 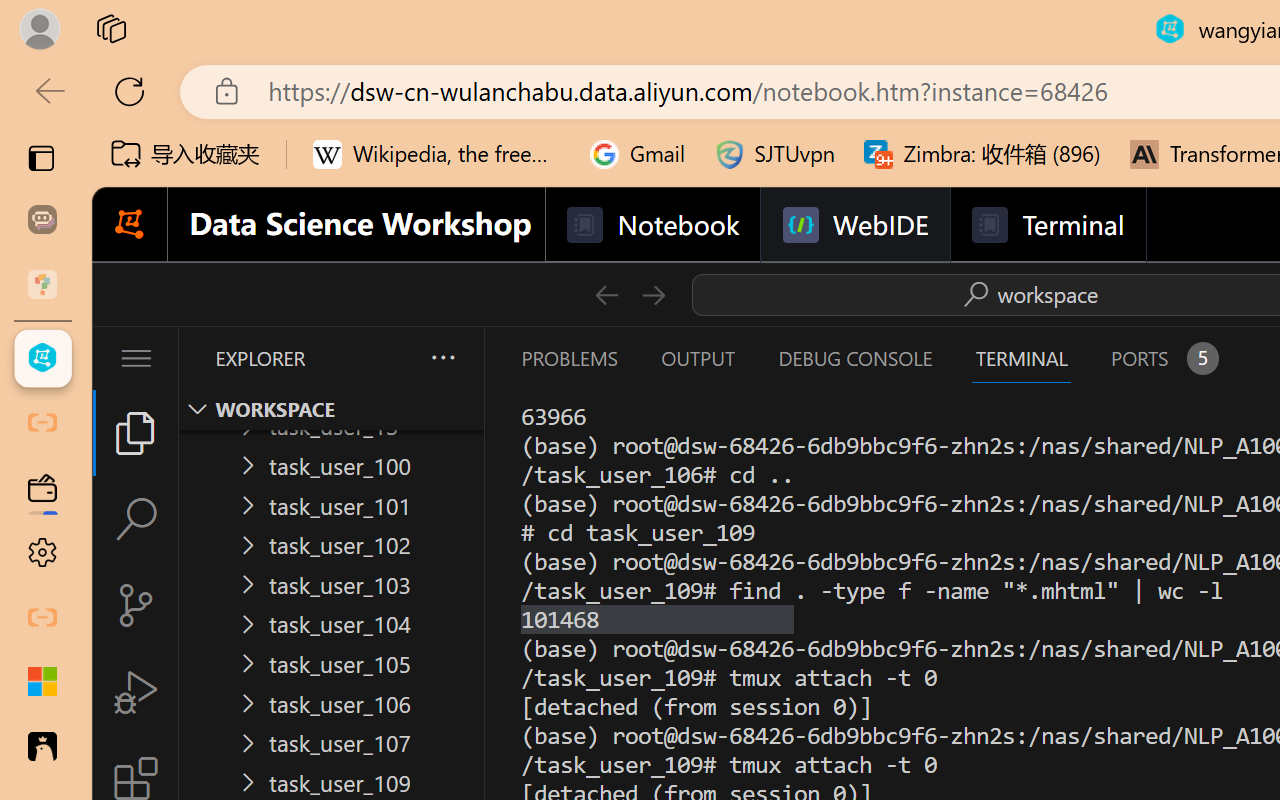 I want to click on 'WebIDE', so click(x=855, y=225).